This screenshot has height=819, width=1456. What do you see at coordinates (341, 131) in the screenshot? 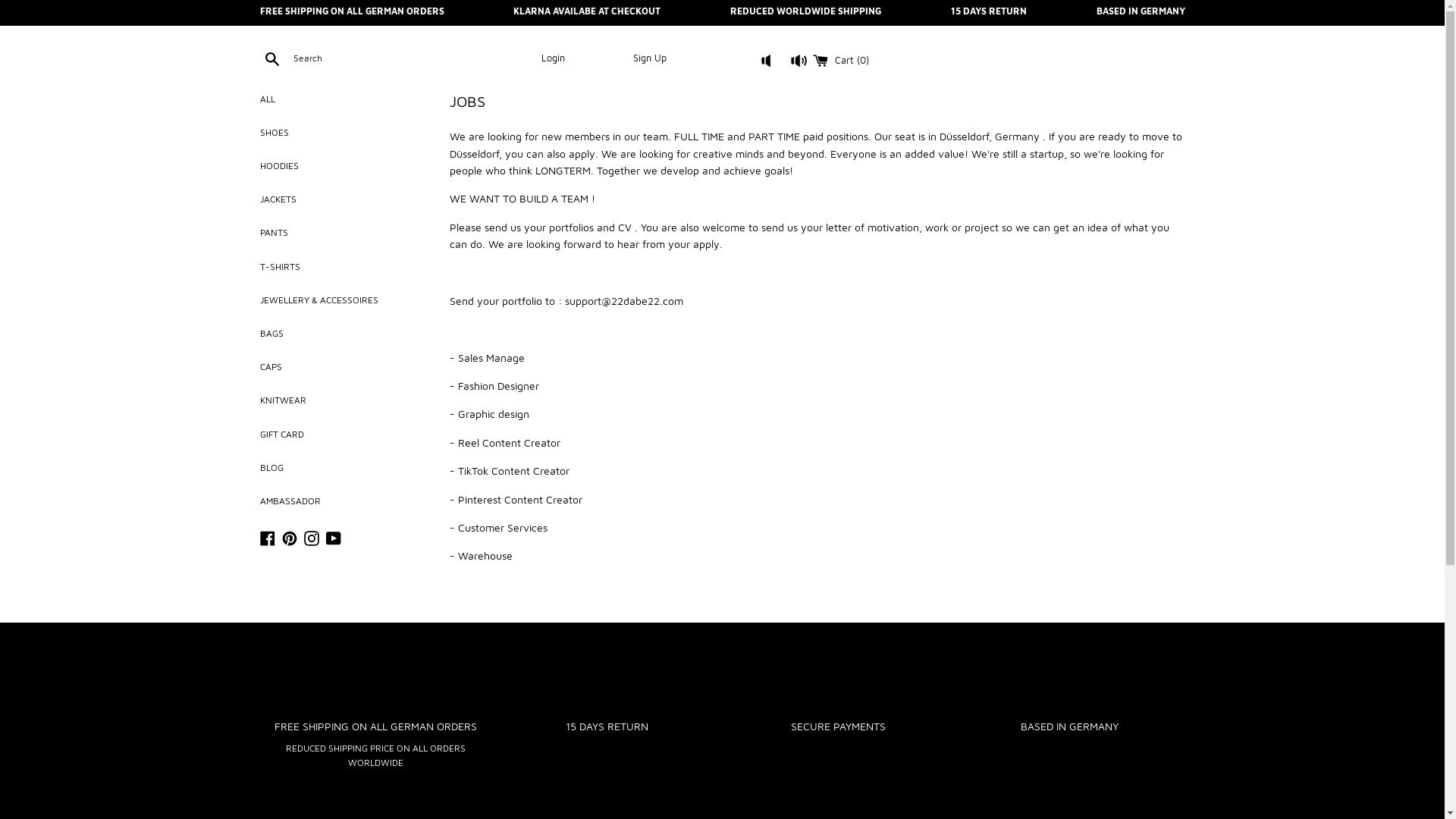
I see `'SHOES'` at bounding box center [341, 131].